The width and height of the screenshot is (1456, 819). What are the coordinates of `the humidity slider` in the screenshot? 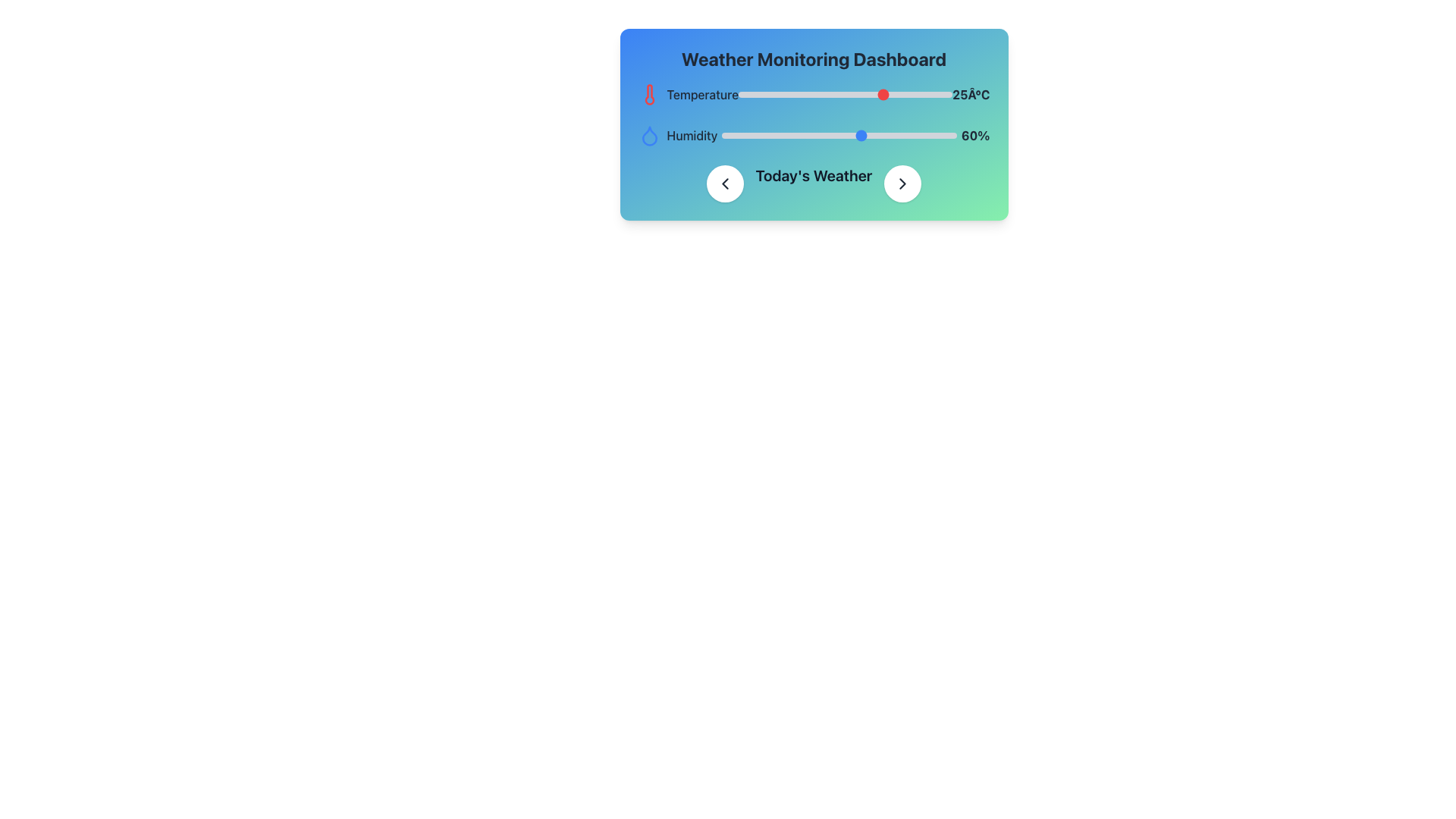 It's located at (745, 134).